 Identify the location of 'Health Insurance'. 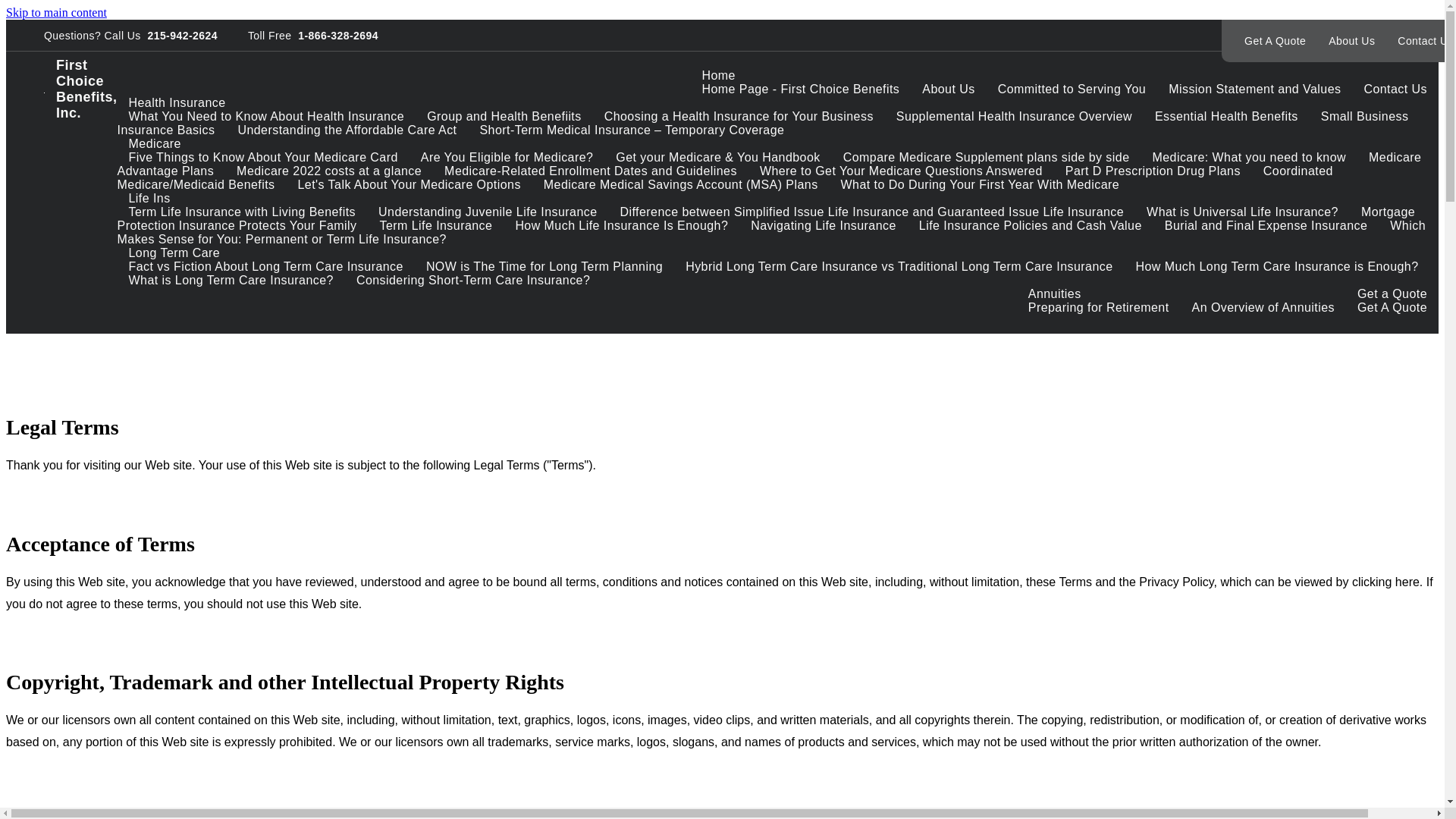
(116, 102).